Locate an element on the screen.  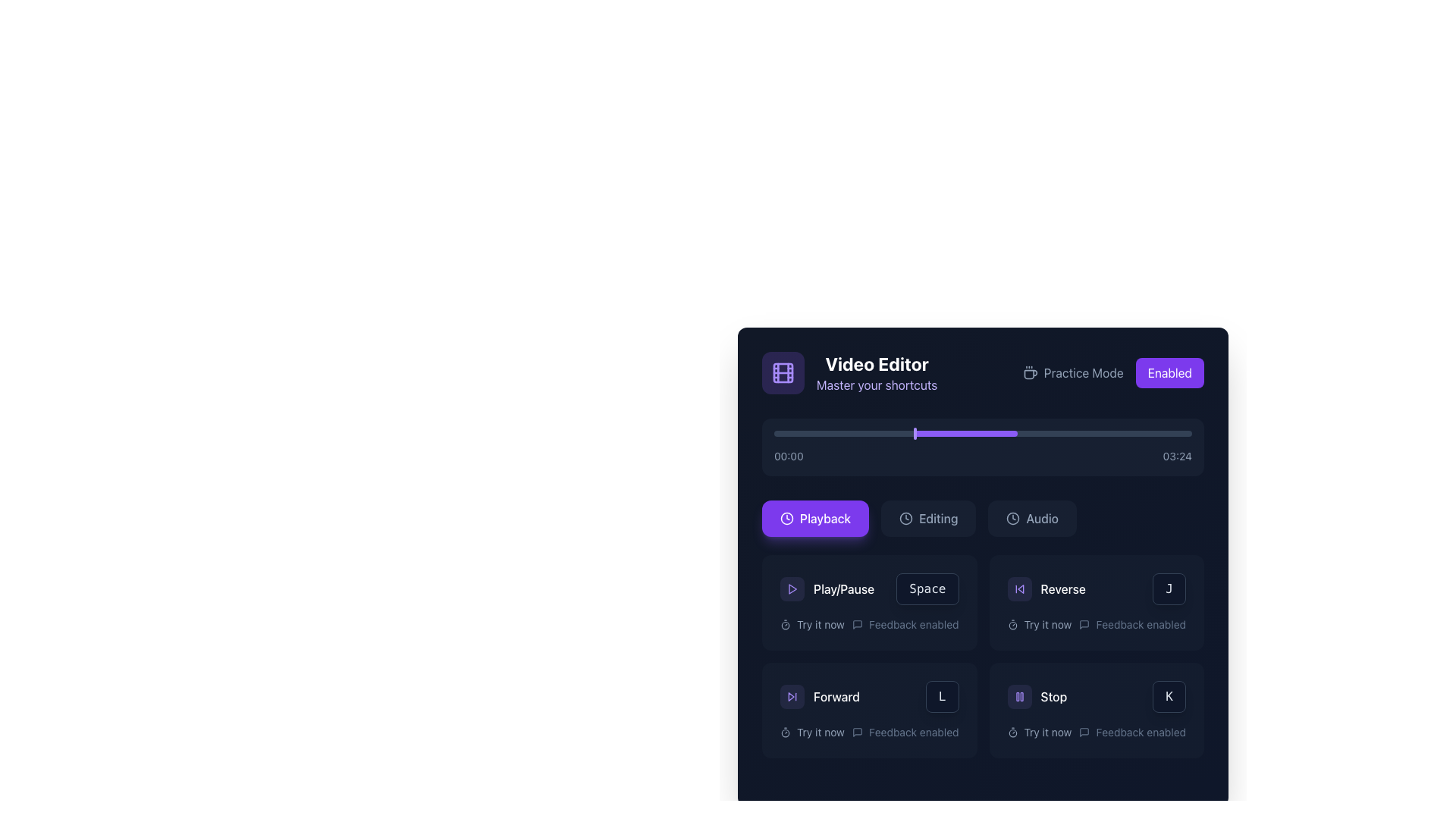
the 'Practice Mode' textual label, which is styled in light gray and located to the right of a coffee cup icon and to the left of an 'Enabled' button is located at coordinates (1072, 373).